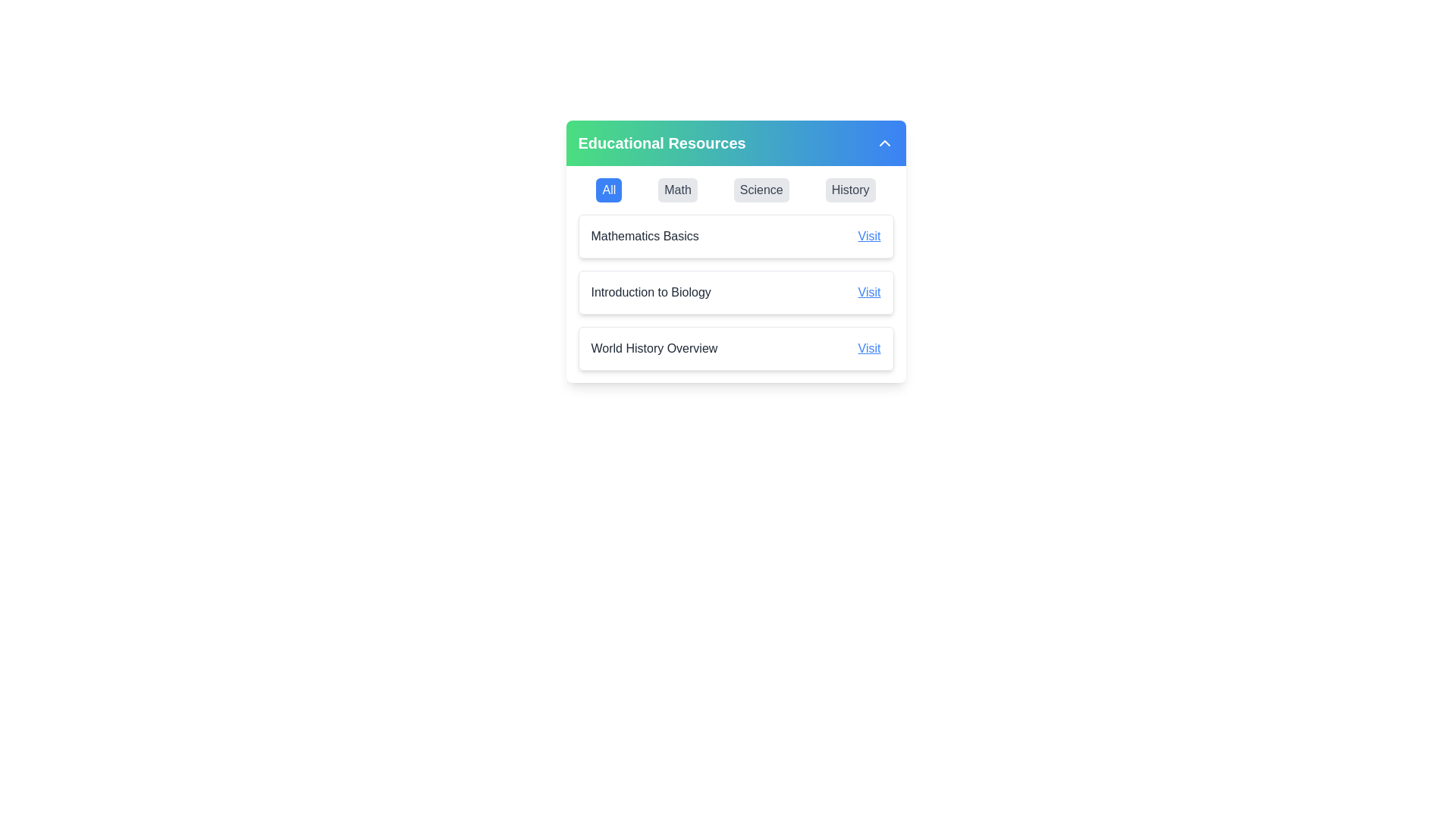 This screenshot has height=819, width=1456. What do you see at coordinates (609, 189) in the screenshot?
I see `the 'All' button with rounded corners and a blue background` at bounding box center [609, 189].